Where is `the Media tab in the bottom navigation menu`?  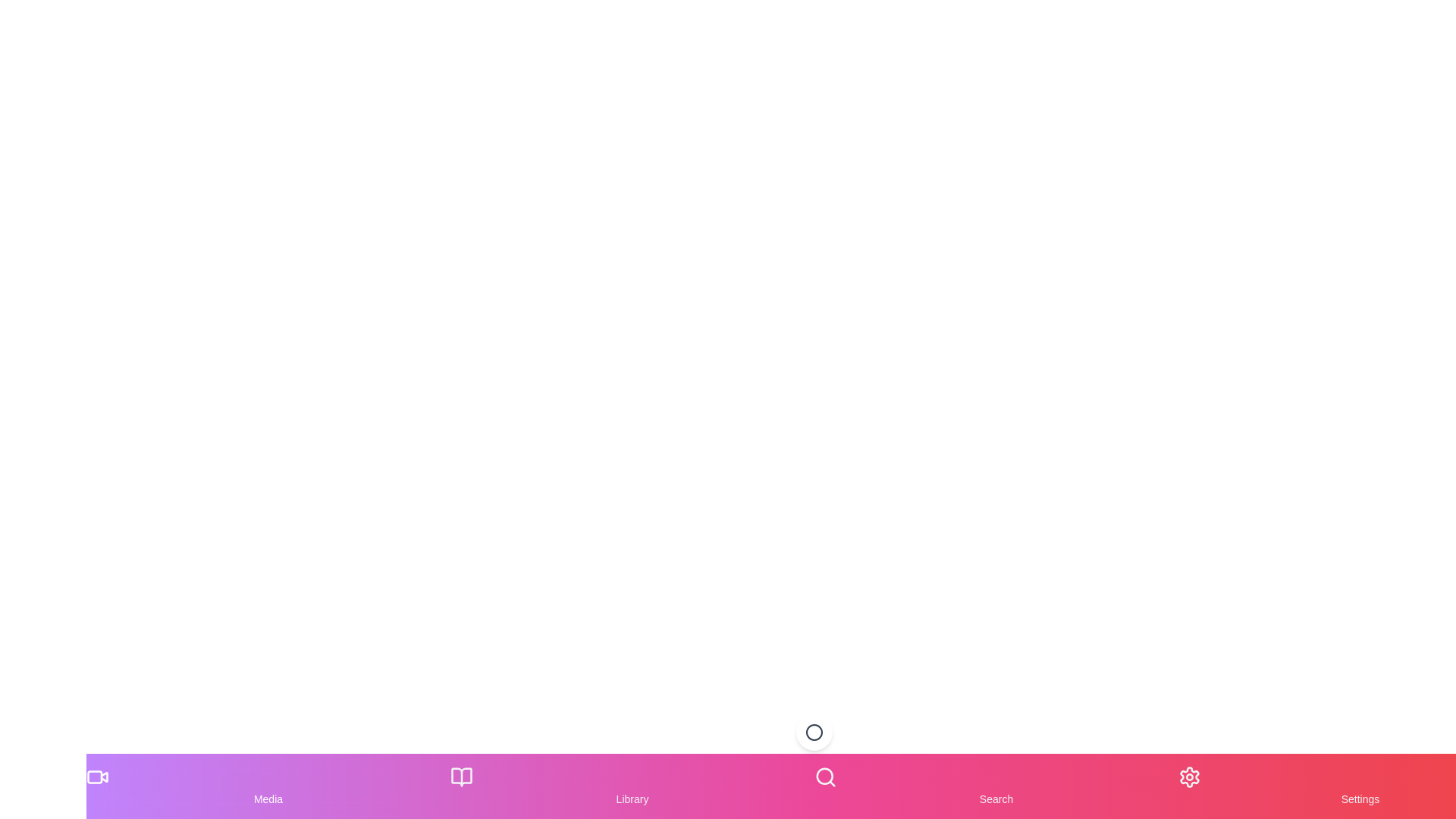 the Media tab in the bottom navigation menu is located at coordinates (268, 786).